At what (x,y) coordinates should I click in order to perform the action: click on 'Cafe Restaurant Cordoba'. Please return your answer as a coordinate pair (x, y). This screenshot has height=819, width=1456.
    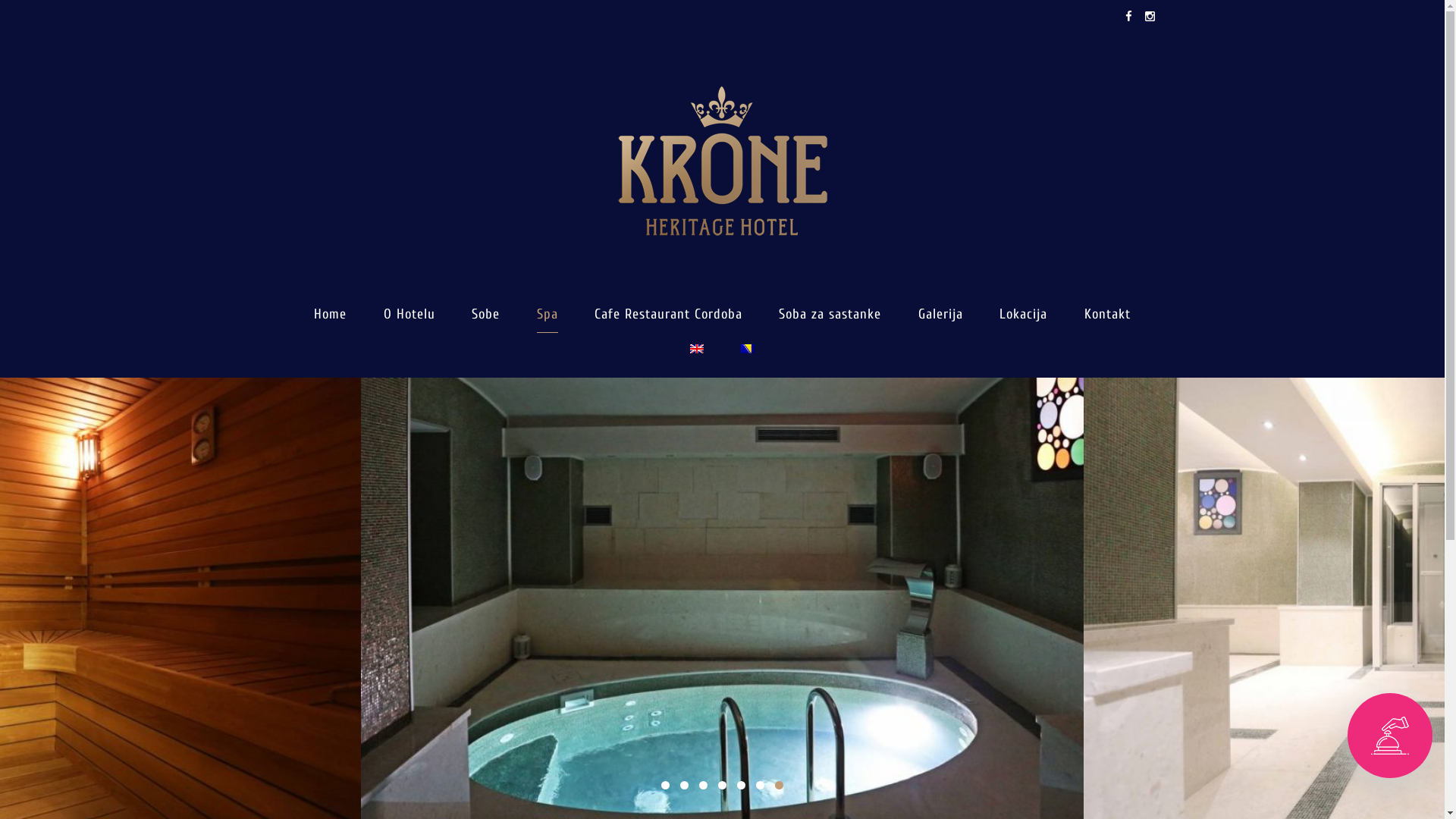
    Looking at the image, I should click on (667, 314).